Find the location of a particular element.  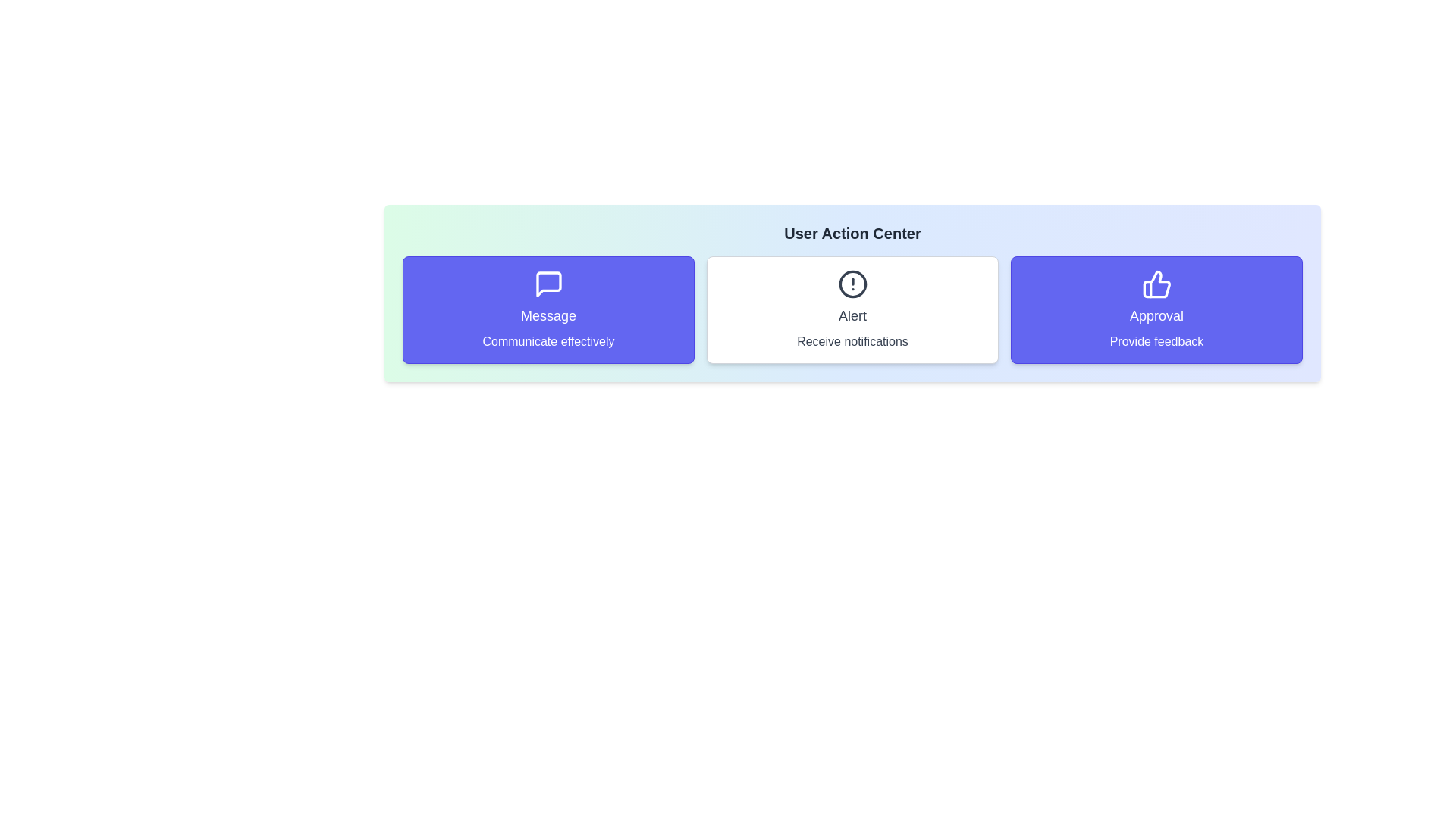

the action card corresponding to Alert is located at coordinates (852, 309).